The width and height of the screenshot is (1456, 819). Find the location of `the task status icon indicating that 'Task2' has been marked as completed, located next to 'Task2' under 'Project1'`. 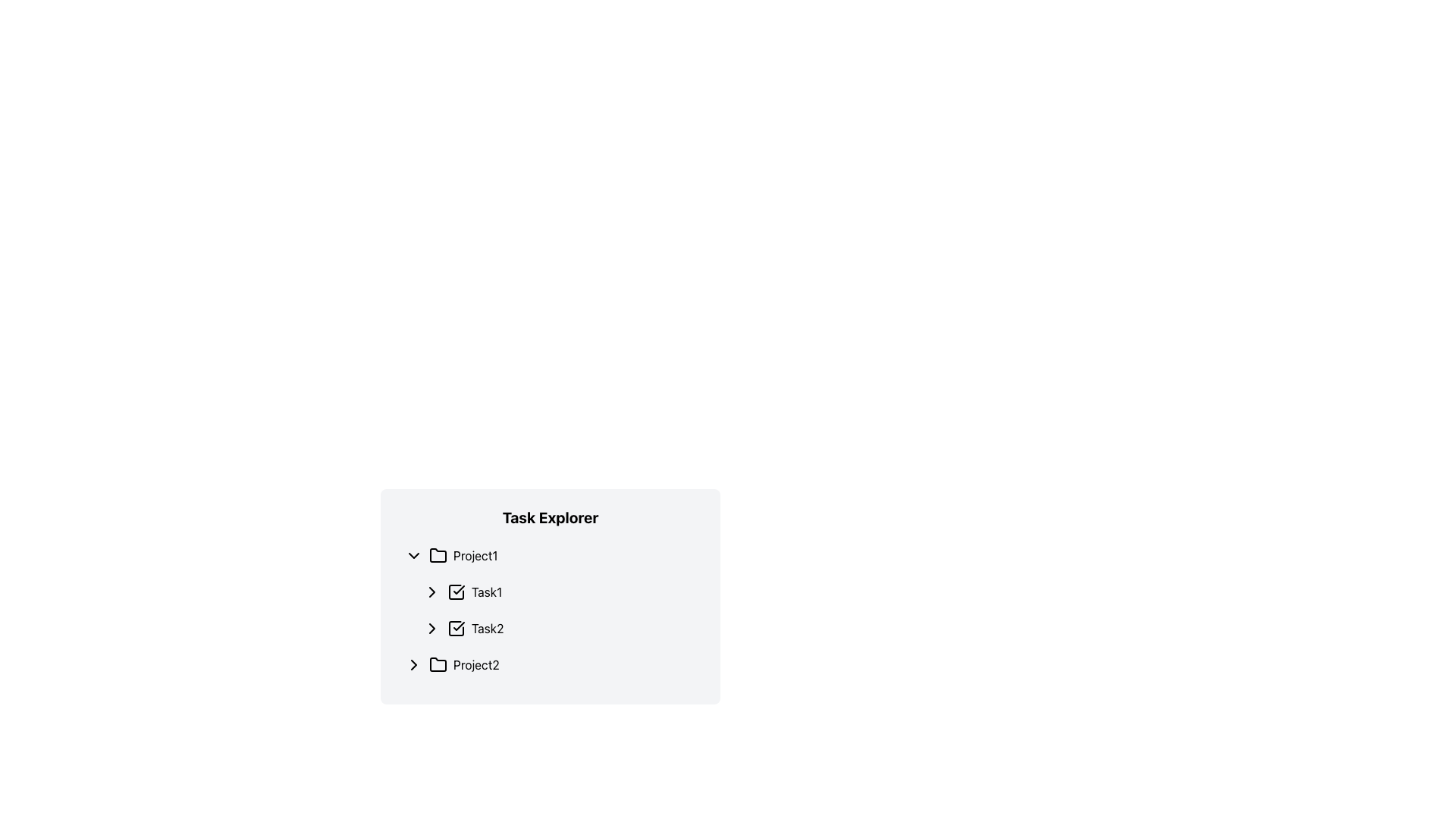

the task status icon indicating that 'Task2' has been marked as completed, located next to 'Task2' under 'Project1' is located at coordinates (455, 629).